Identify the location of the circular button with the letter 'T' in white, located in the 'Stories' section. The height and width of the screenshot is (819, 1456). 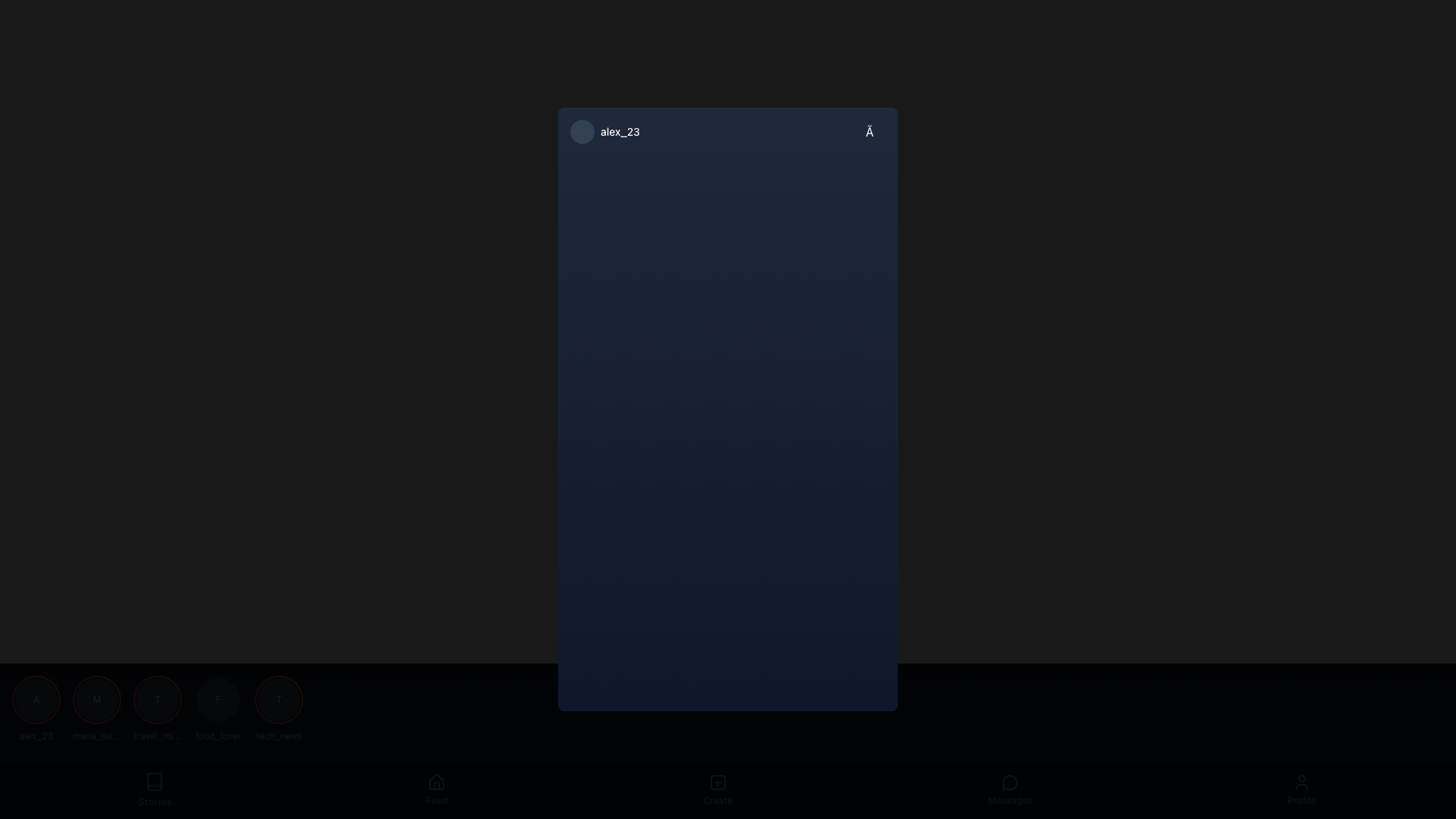
(157, 699).